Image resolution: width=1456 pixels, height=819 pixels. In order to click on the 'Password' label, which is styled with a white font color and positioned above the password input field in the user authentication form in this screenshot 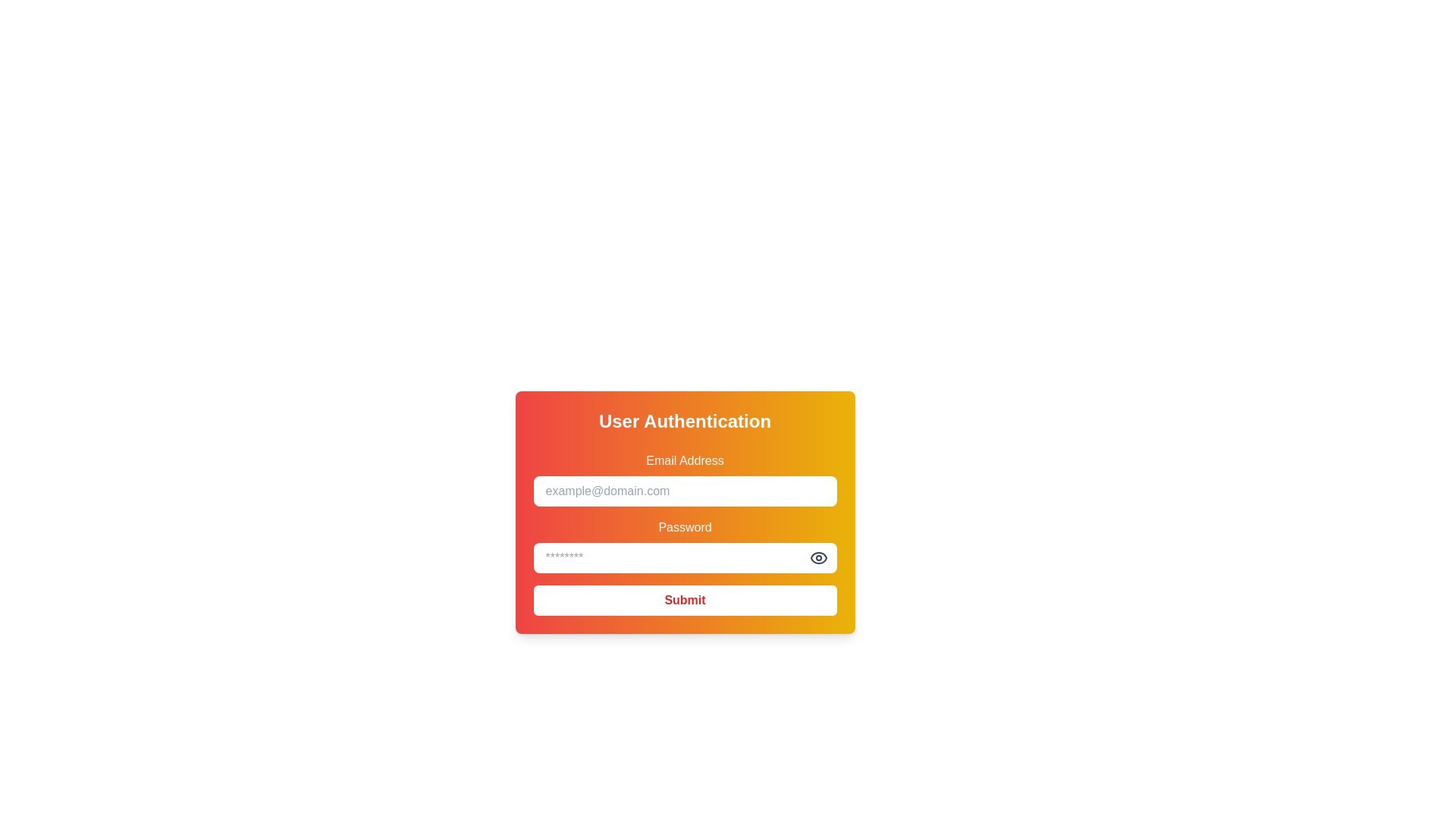, I will do `click(684, 526)`.